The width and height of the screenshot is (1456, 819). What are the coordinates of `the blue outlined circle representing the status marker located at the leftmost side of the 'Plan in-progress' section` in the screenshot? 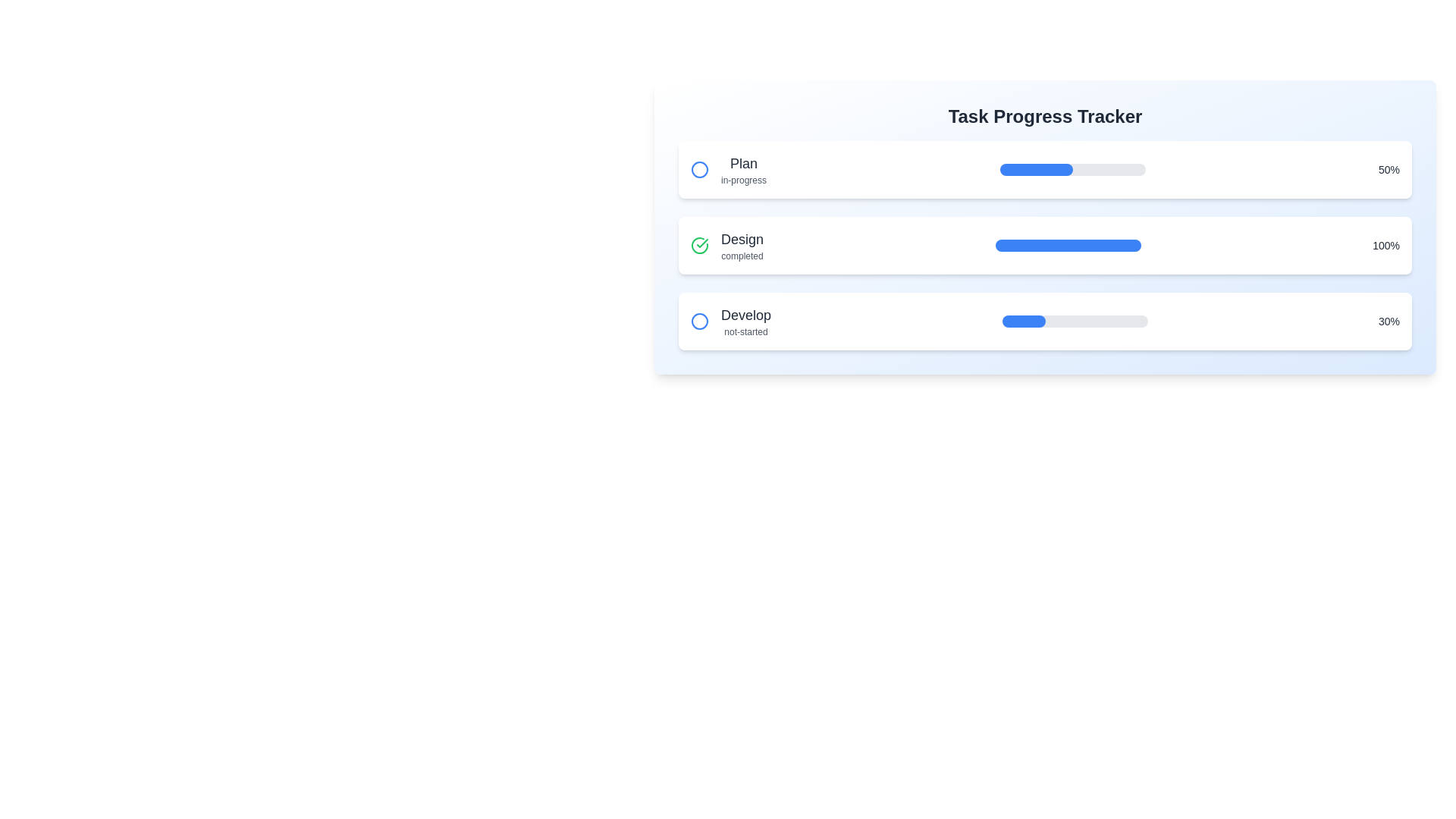 It's located at (698, 169).